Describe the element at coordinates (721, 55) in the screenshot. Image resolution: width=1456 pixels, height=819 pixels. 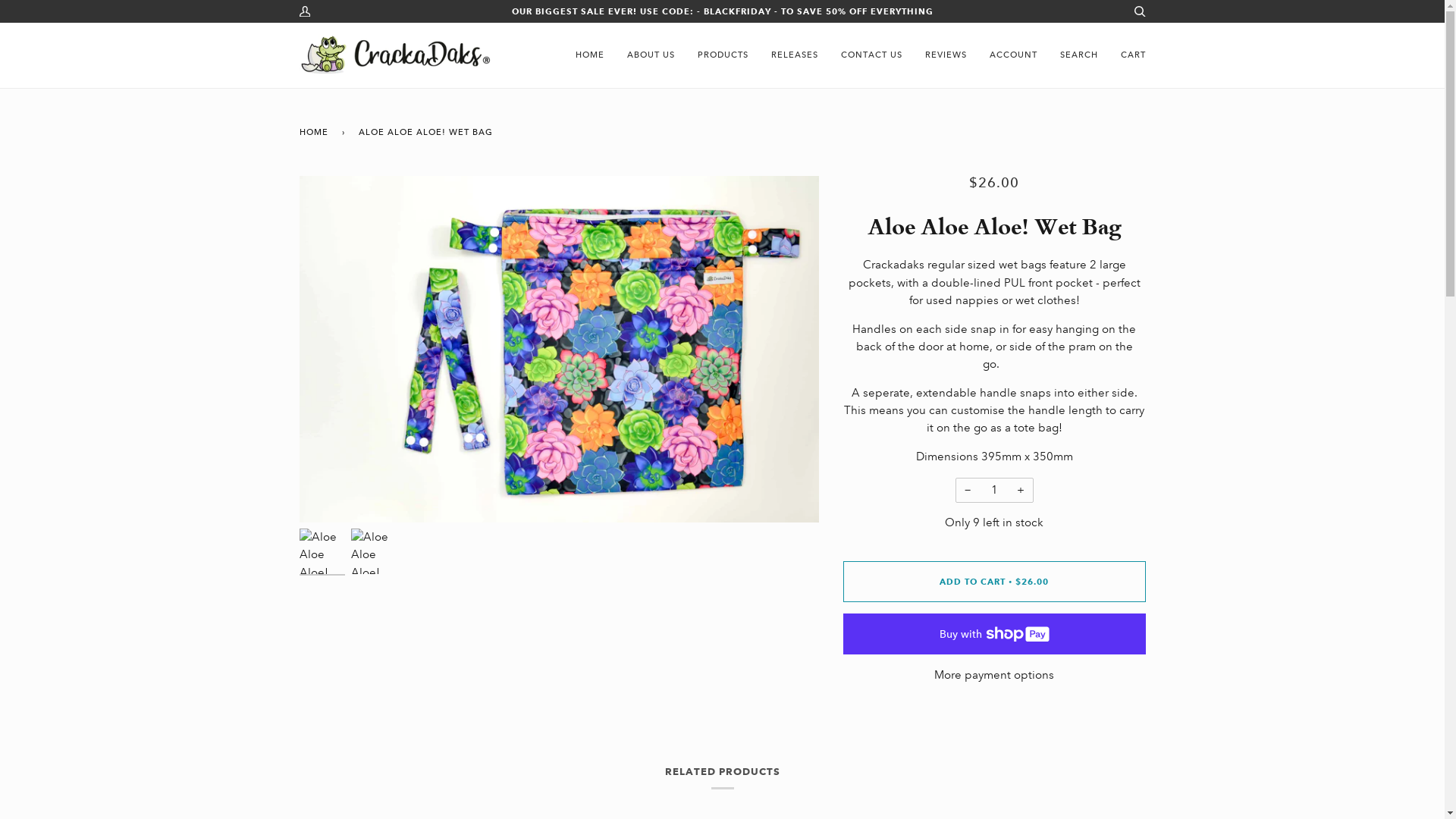
I see `'PRODUCTS'` at that location.